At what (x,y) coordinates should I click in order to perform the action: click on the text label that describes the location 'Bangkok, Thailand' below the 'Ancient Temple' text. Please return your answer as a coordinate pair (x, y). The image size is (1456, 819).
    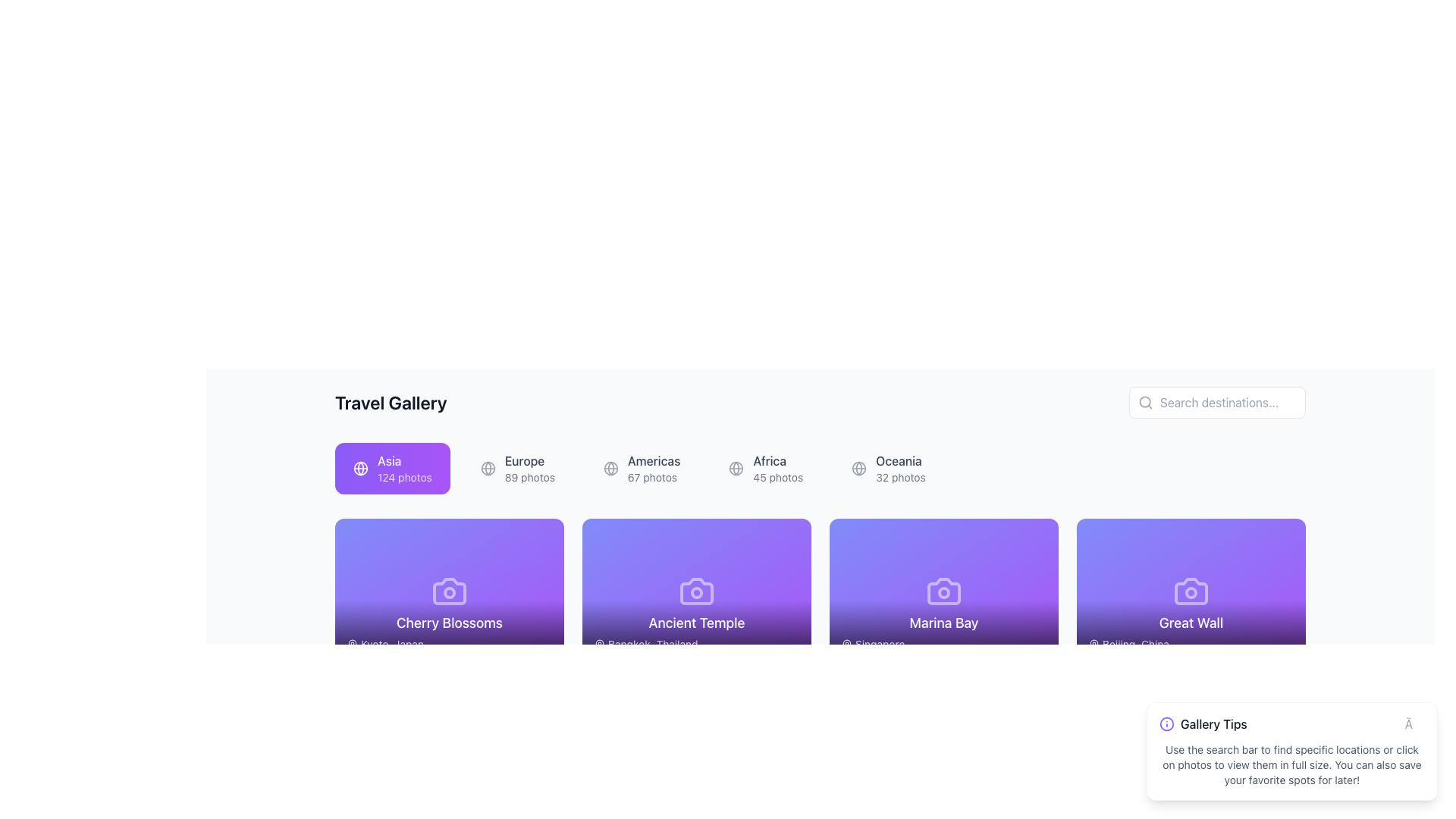
    Looking at the image, I should click on (695, 644).